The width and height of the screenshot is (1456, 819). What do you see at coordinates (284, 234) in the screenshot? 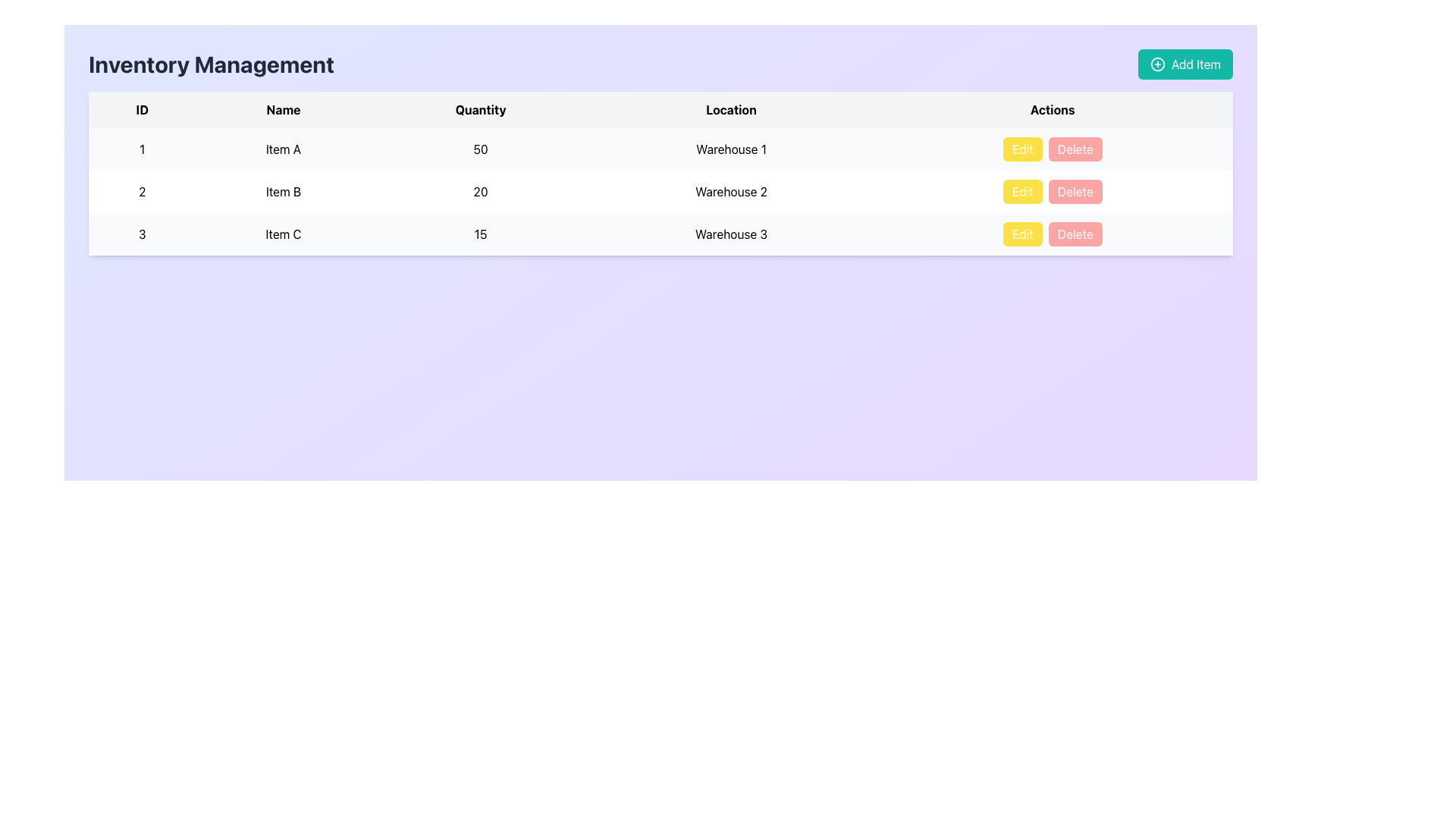
I see `the Table Cell that visually identifies the item name 'Item C' located in the third row, second column of the table` at bounding box center [284, 234].